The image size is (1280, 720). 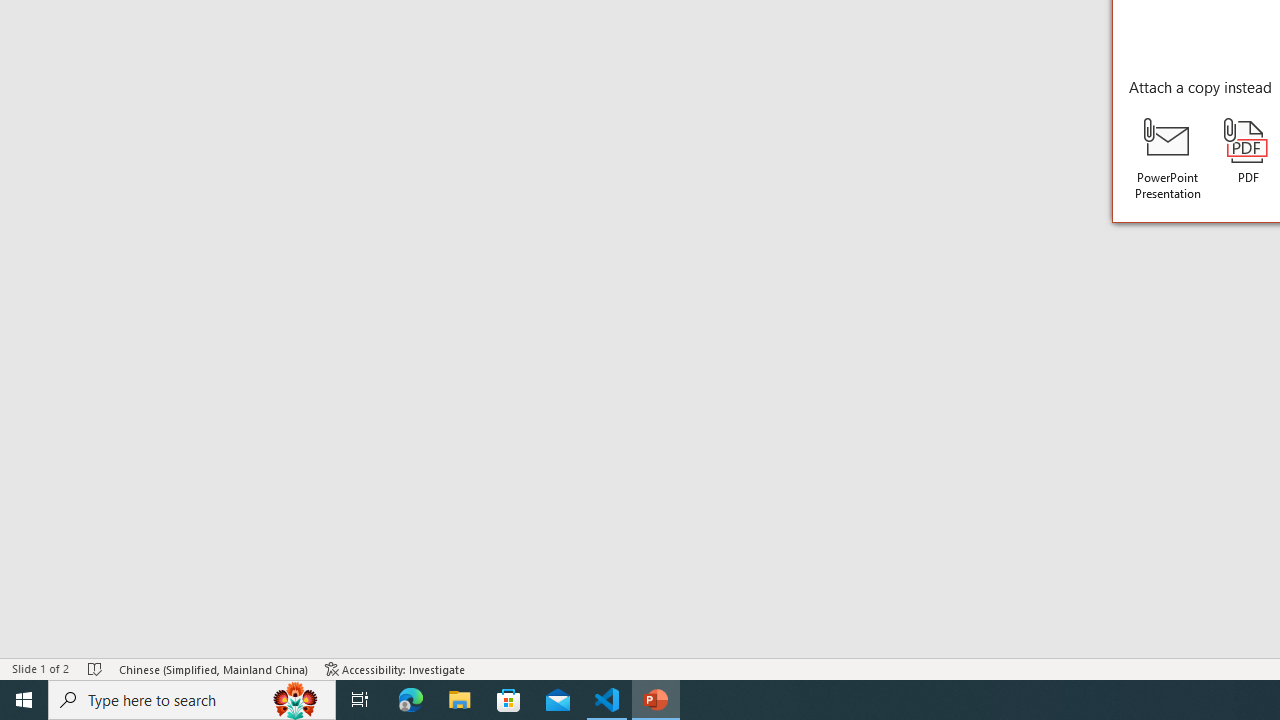 What do you see at coordinates (410, 698) in the screenshot?
I see `'Microsoft Edge'` at bounding box center [410, 698].